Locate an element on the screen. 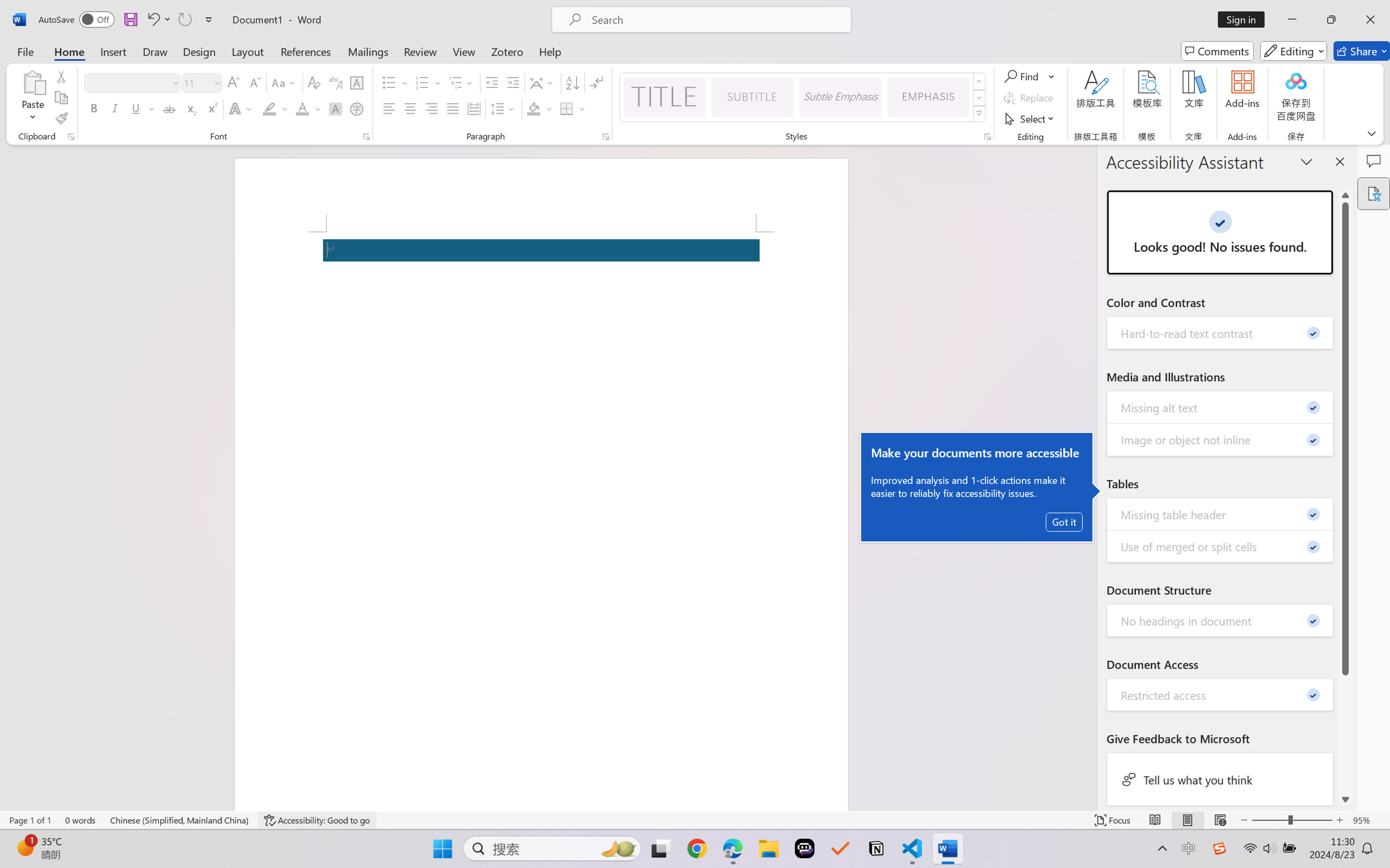  'Line down' is located at coordinates (1345, 799).